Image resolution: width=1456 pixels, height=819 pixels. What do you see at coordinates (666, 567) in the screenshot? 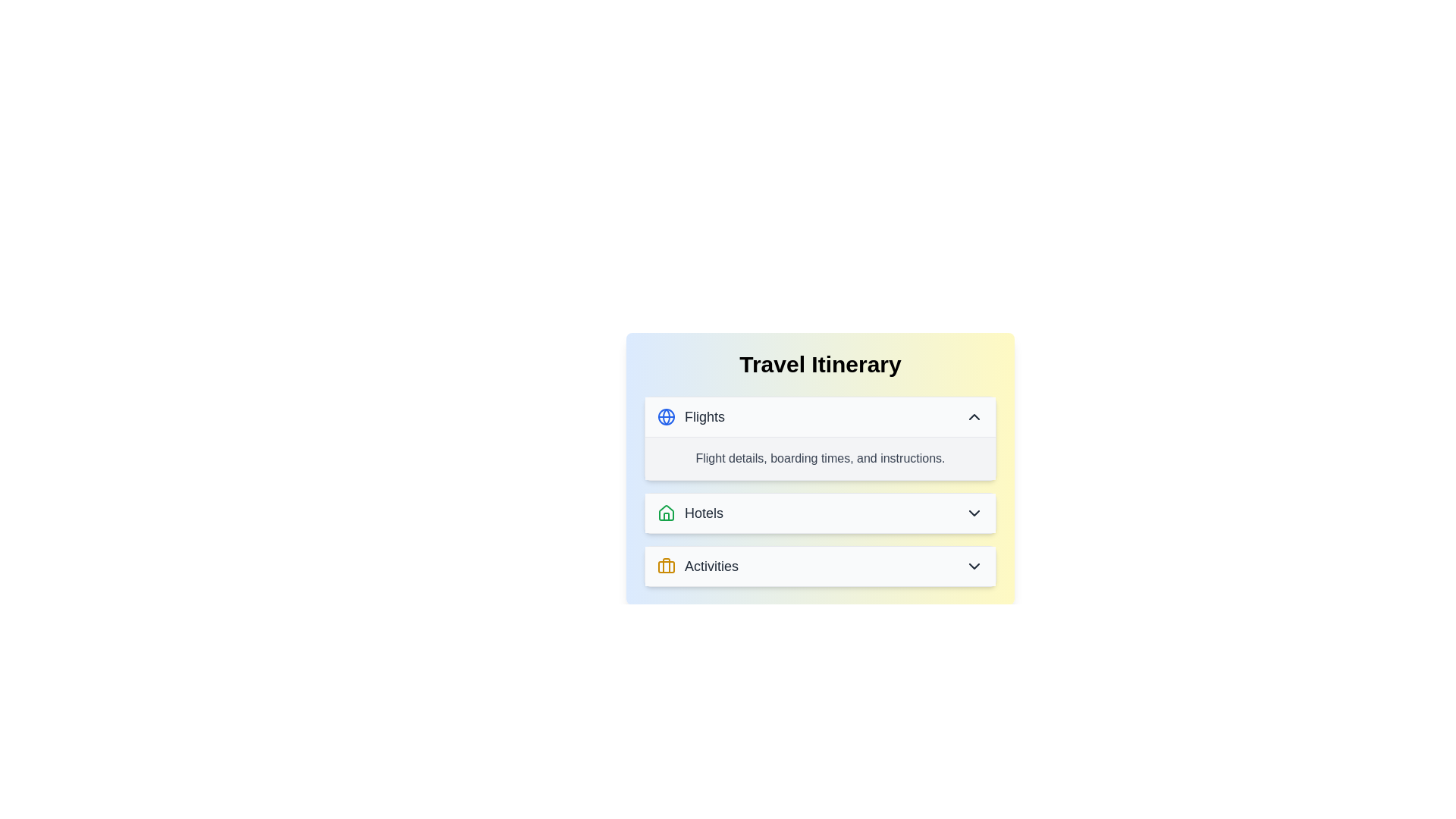
I see `the yellow rectangle decorative shape within the 'briefcase' icon in the 'Activities' list of the 'Travel Itinerary' interface` at bounding box center [666, 567].